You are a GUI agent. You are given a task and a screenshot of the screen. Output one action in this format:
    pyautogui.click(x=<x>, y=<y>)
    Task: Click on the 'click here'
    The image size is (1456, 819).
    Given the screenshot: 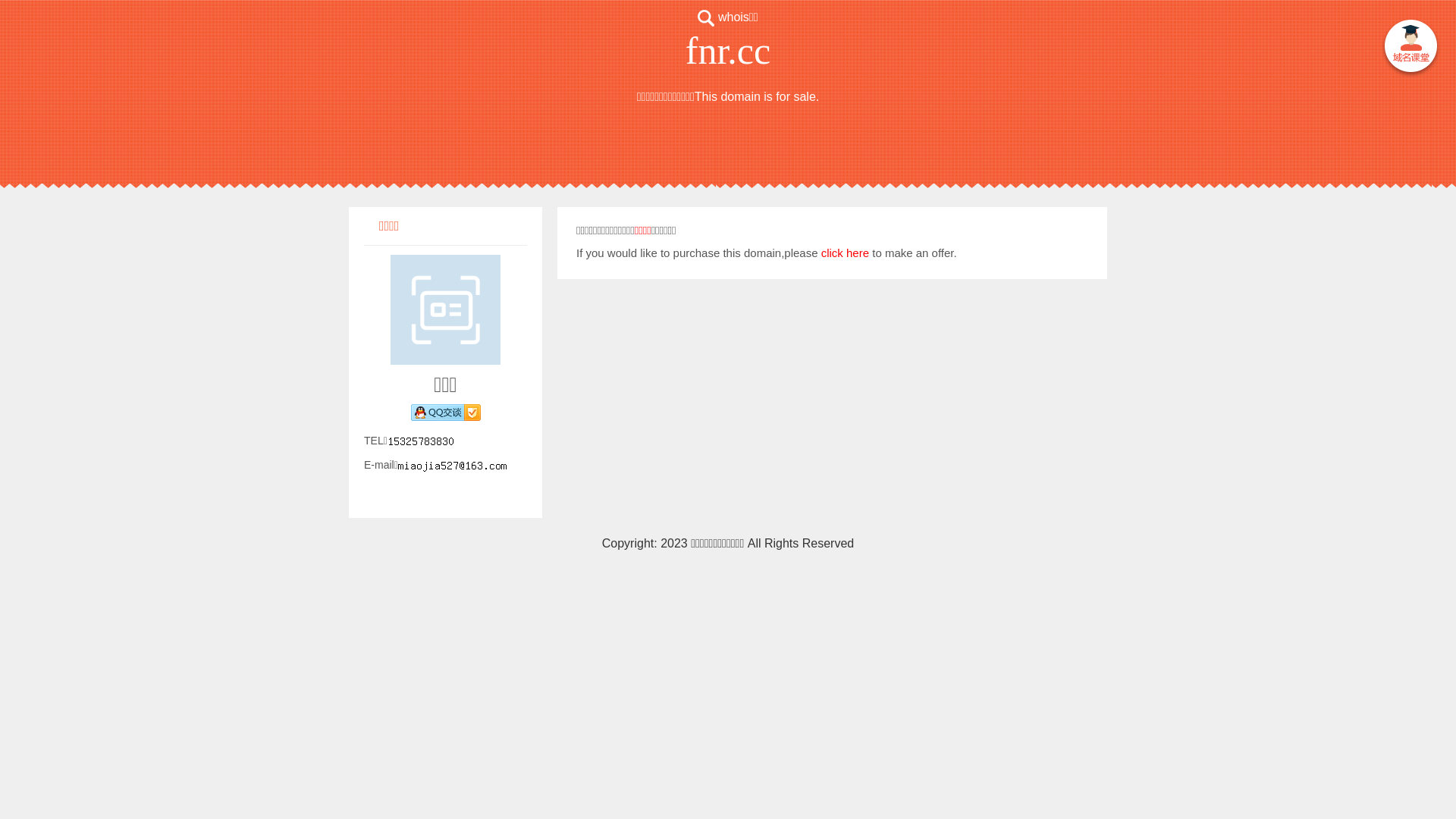 What is the action you would take?
    pyautogui.click(x=844, y=252)
    